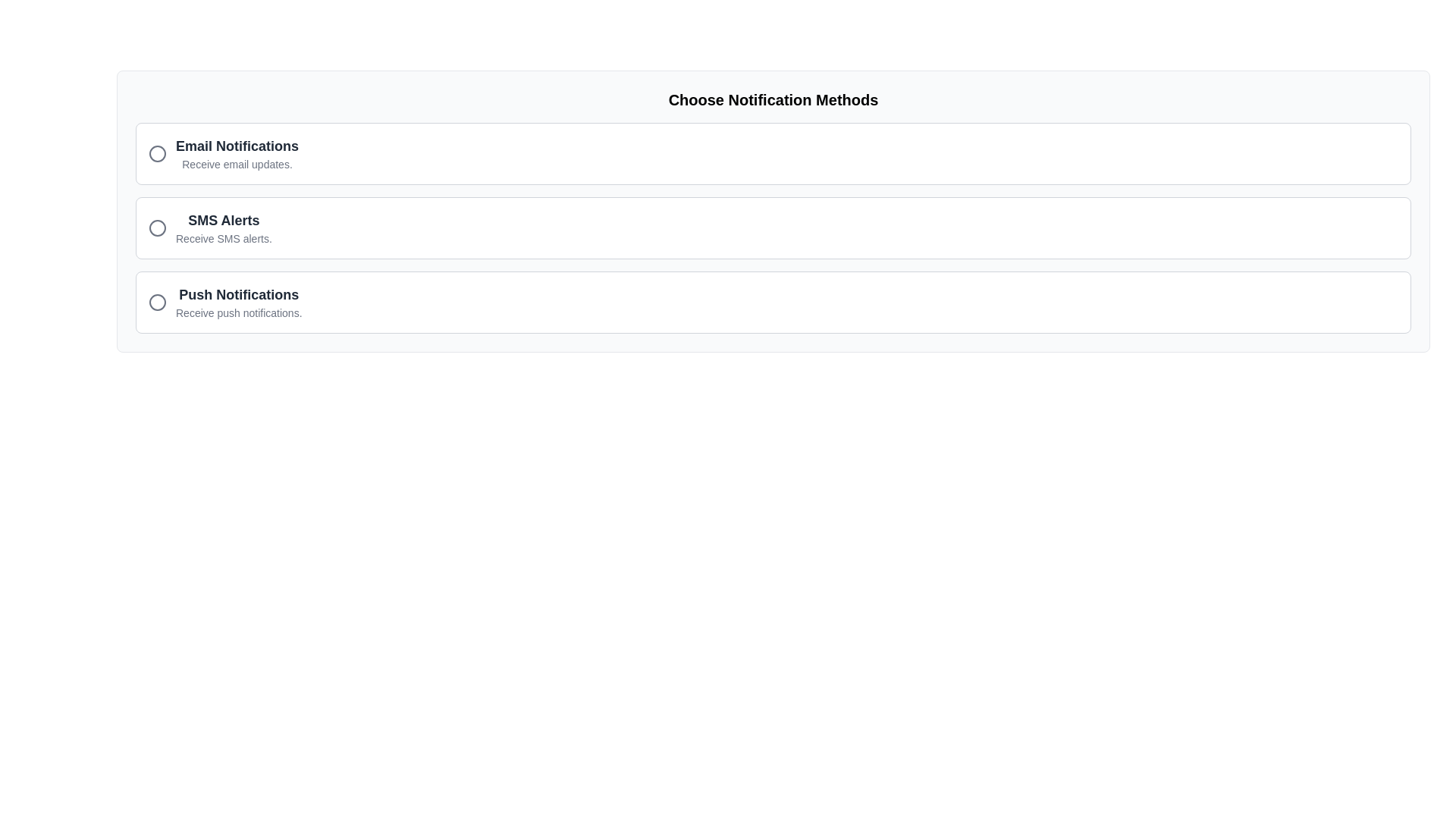 The width and height of the screenshot is (1456, 819). Describe the element at coordinates (157, 227) in the screenshot. I see `the circular icon with a hollow design and gray outline, which is part of the 'SMS Alerts' option in the notification settings interface, positioned to the left of the 'SMS Alerts' text` at that location.